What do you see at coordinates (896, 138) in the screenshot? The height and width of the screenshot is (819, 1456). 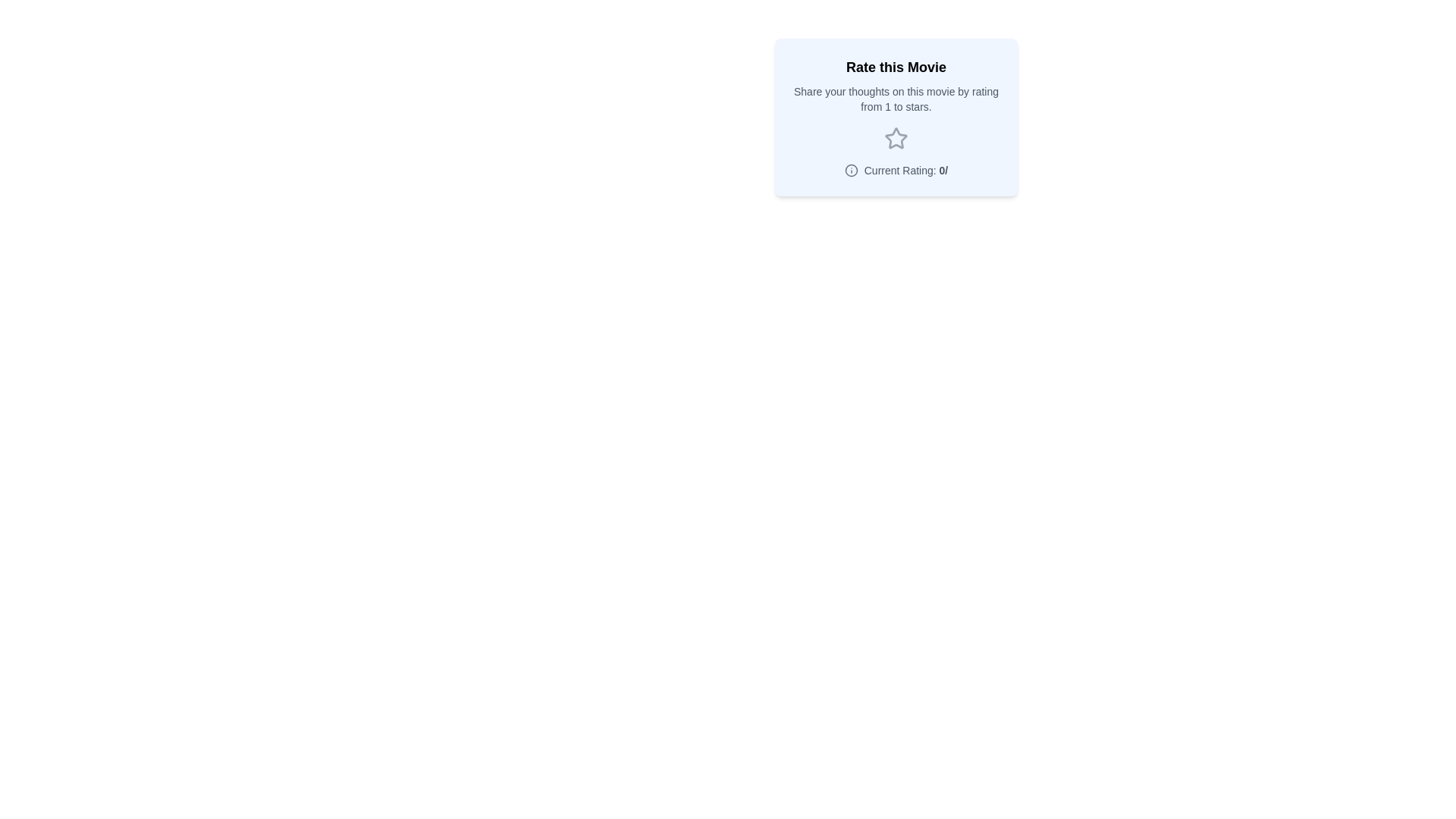 I see `the first star icon in the rating interface` at bounding box center [896, 138].